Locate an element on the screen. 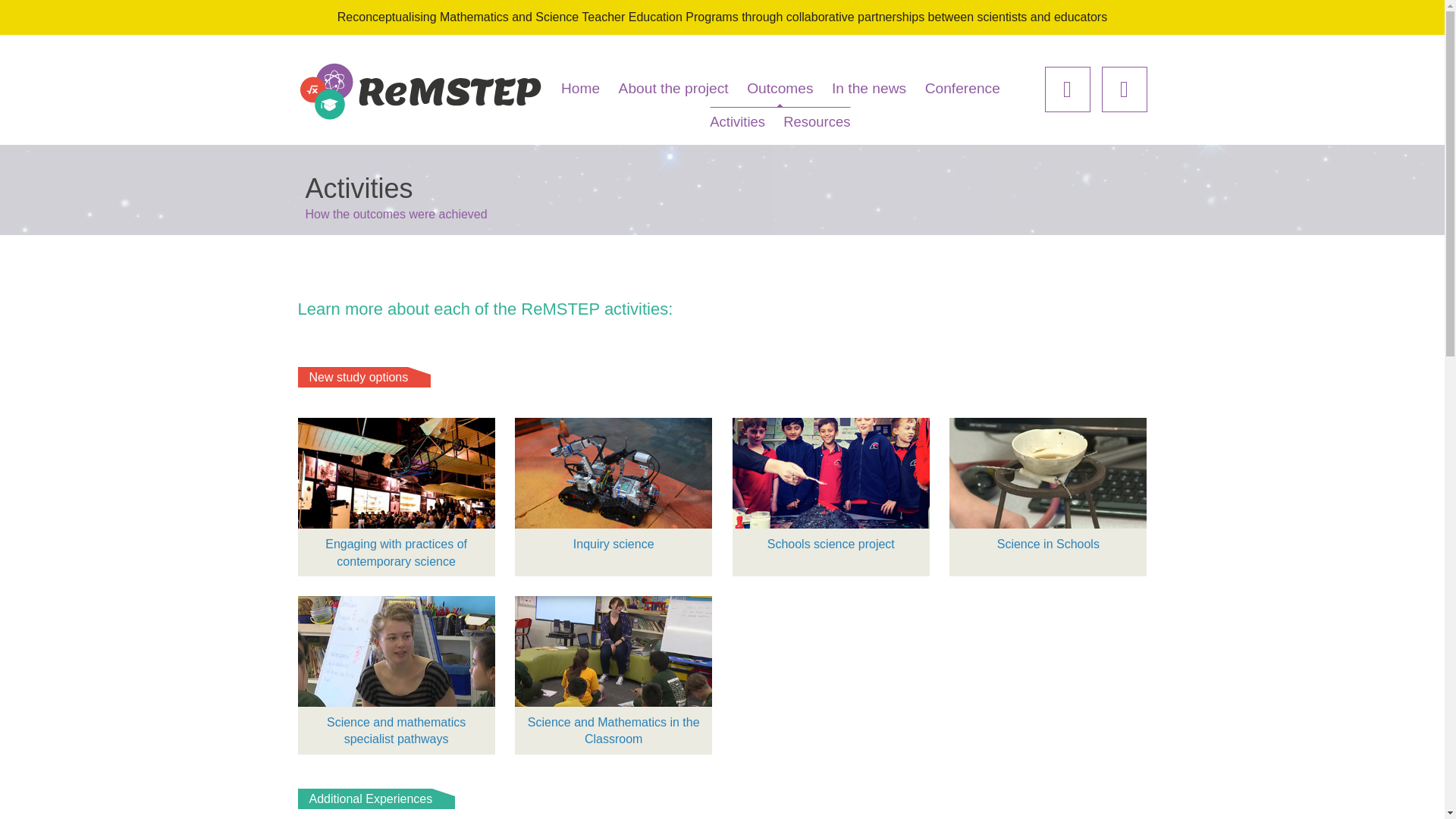  'Outcomes' is located at coordinates (780, 88).